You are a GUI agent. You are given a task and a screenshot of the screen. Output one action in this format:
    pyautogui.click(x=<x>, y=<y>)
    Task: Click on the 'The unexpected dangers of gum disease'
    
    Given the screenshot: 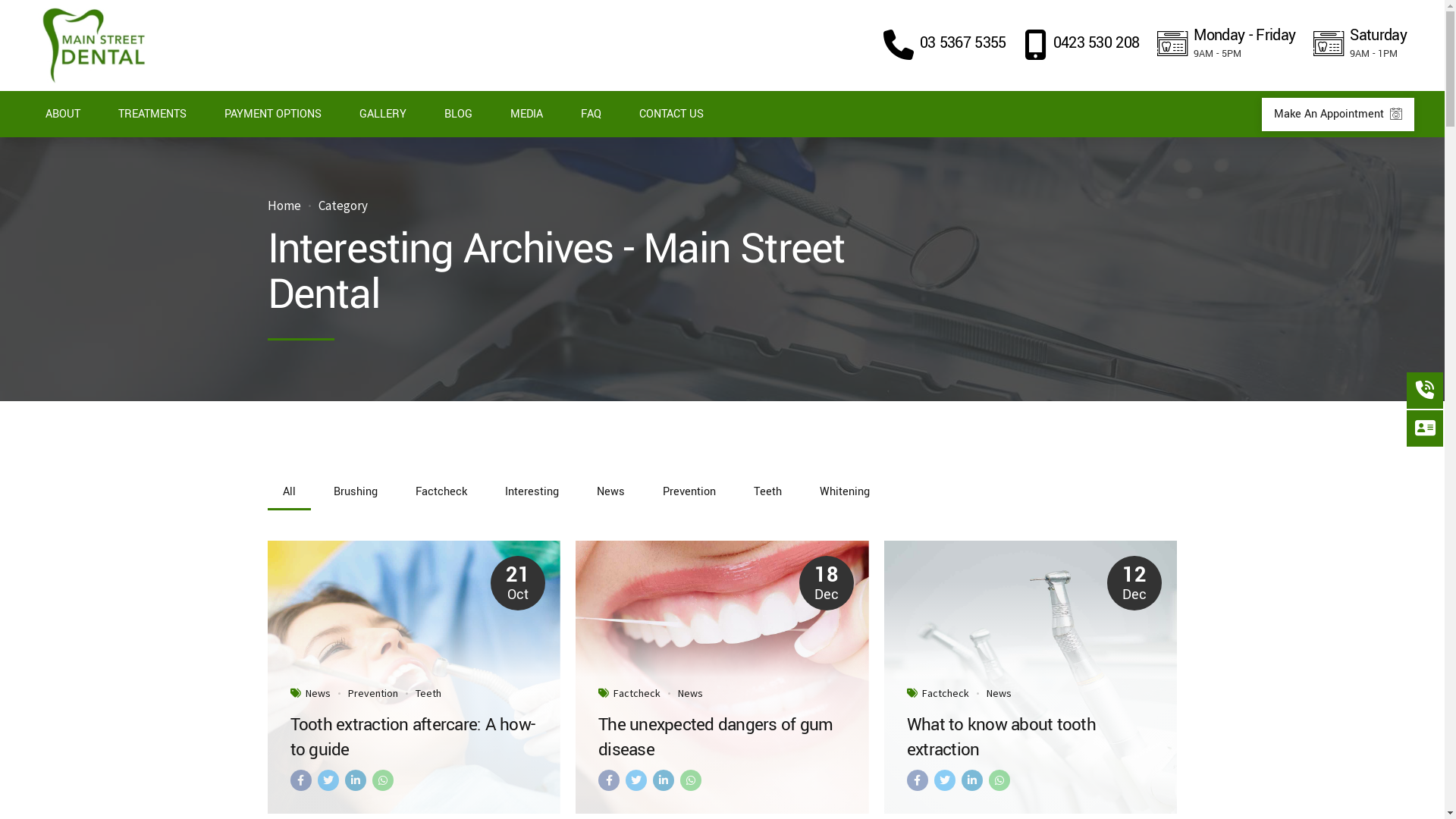 What is the action you would take?
    pyautogui.click(x=721, y=736)
    